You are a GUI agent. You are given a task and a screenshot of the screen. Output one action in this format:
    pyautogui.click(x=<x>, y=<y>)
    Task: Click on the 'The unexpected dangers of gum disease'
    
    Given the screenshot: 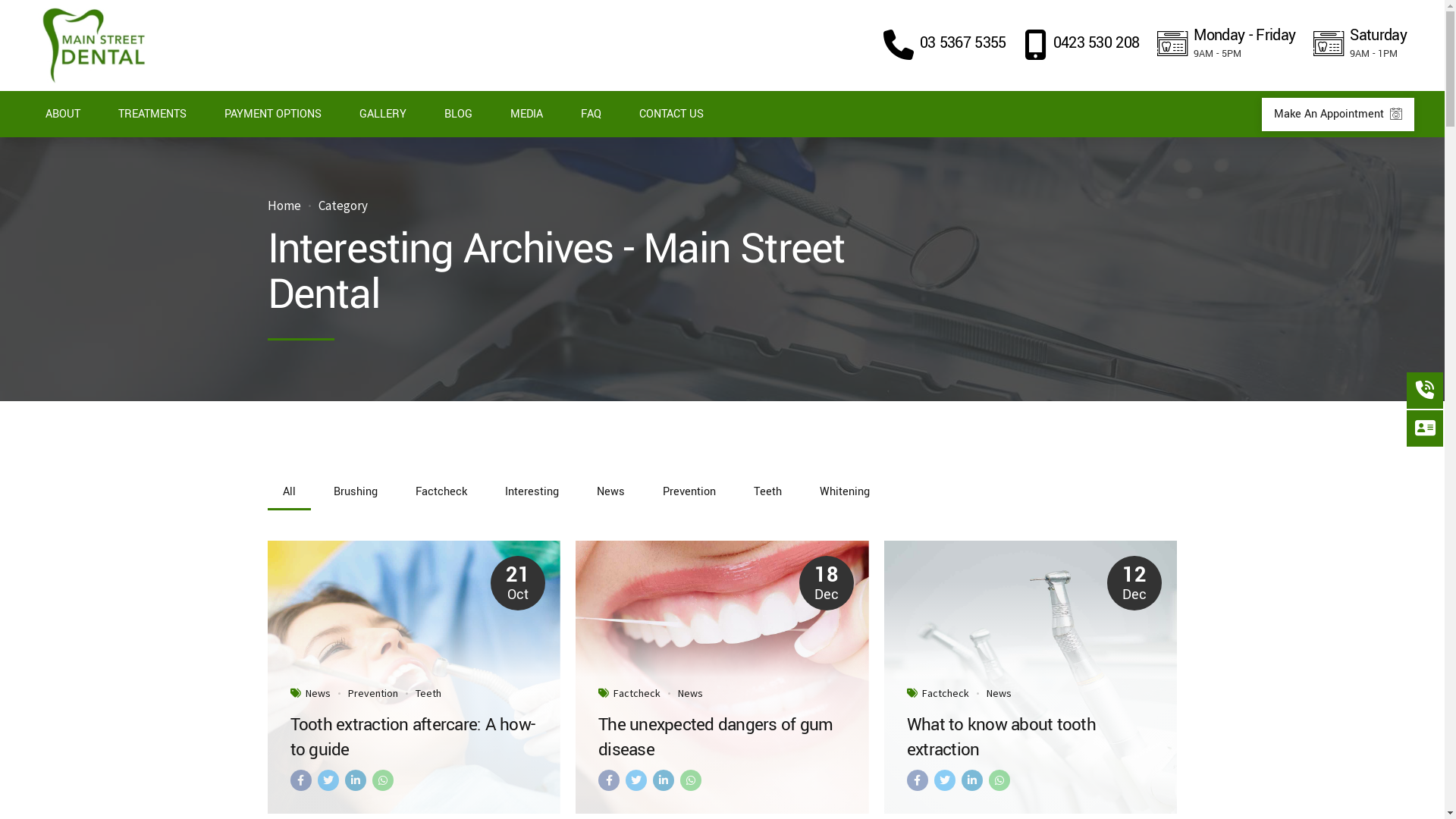 What is the action you would take?
    pyautogui.click(x=721, y=736)
    